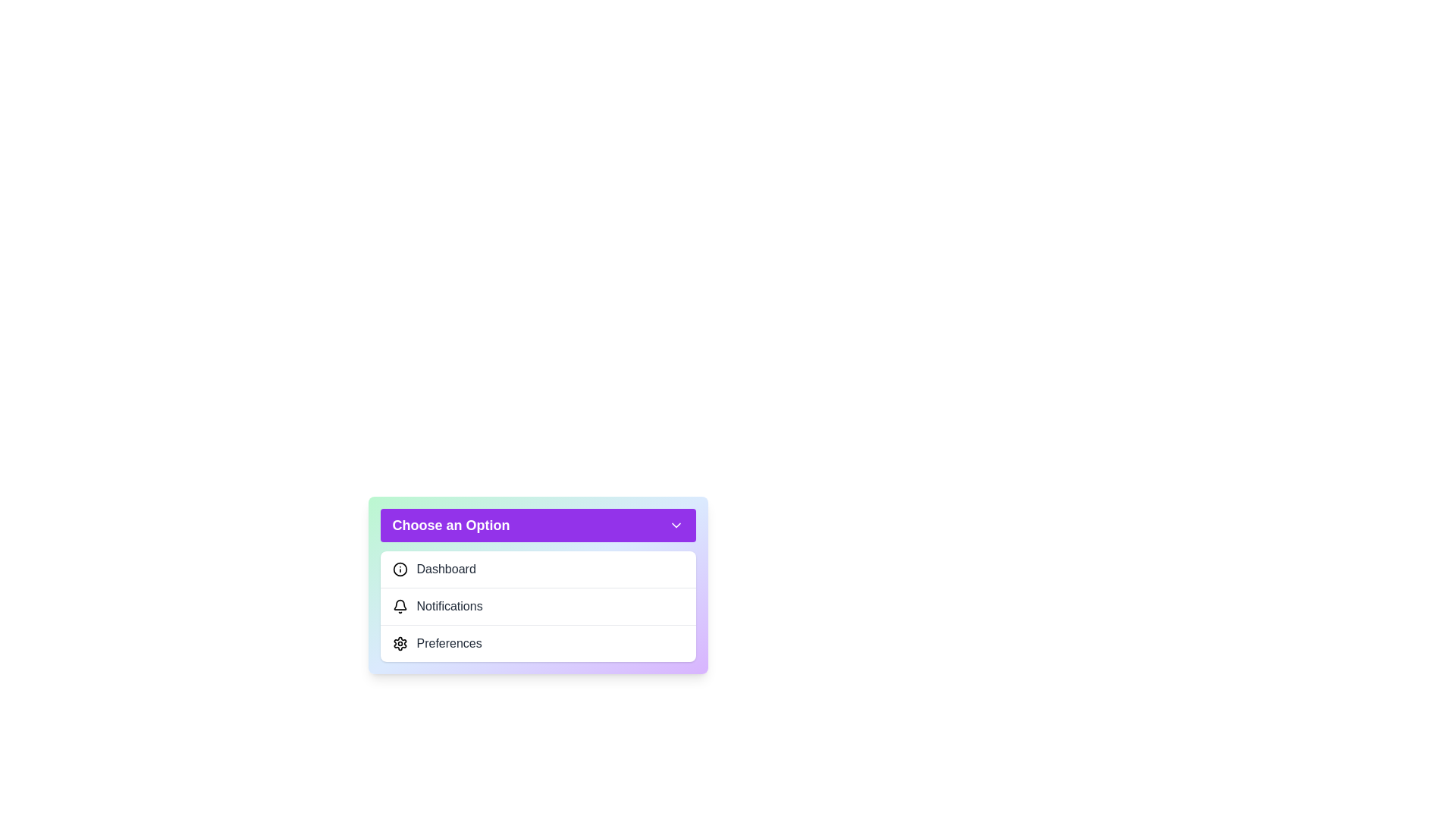 The image size is (1456, 819). What do you see at coordinates (538, 605) in the screenshot?
I see `the option Notifications from the dropdown menu` at bounding box center [538, 605].